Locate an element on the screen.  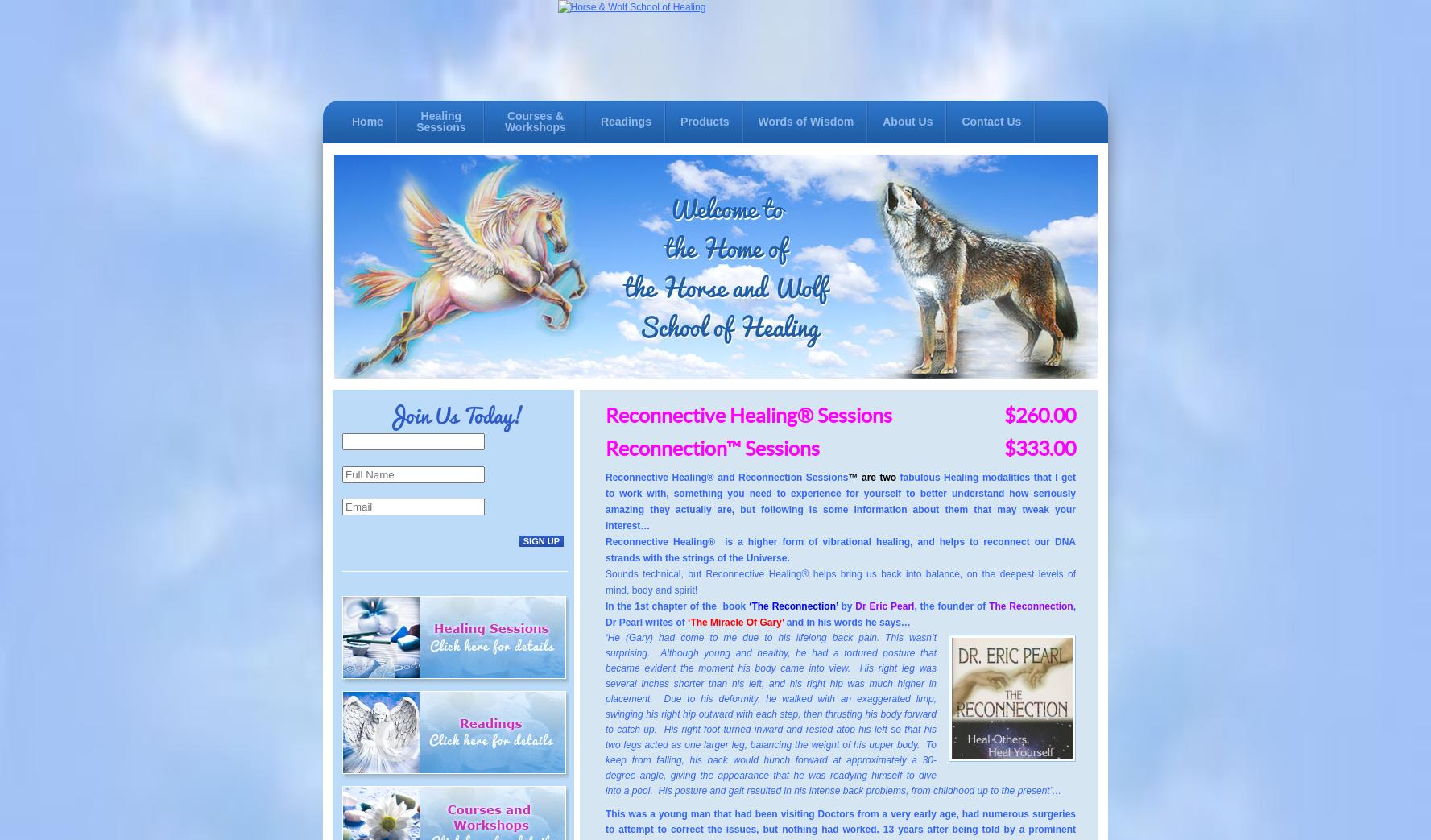
'by' is located at coordinates (838, 606).